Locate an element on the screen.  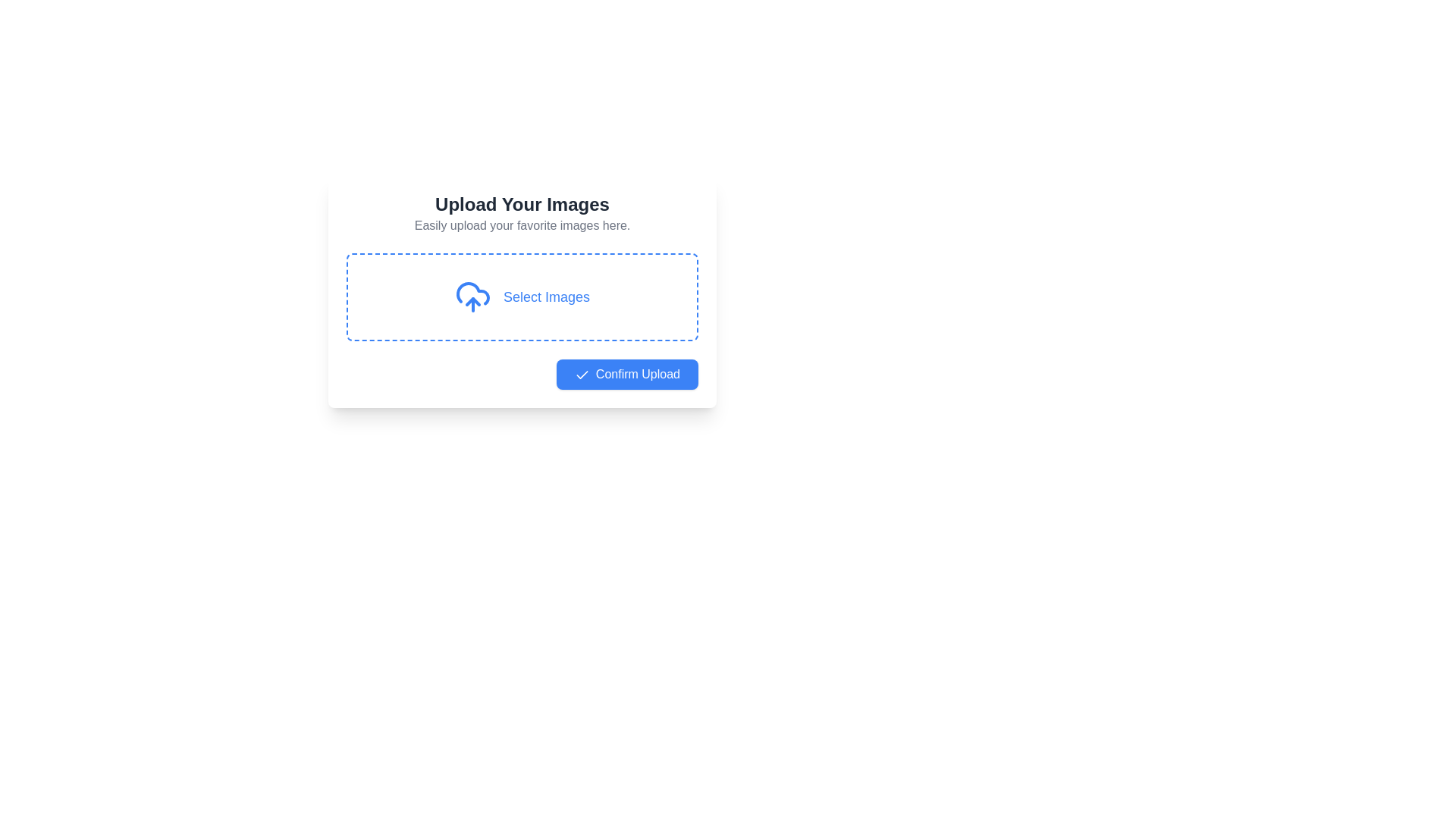
the label text that instructs users to select files for upload, positioned to the right of a cloud upload icon within a bordered and rounded rectangular dropzone is located at coordinates (546, 297).